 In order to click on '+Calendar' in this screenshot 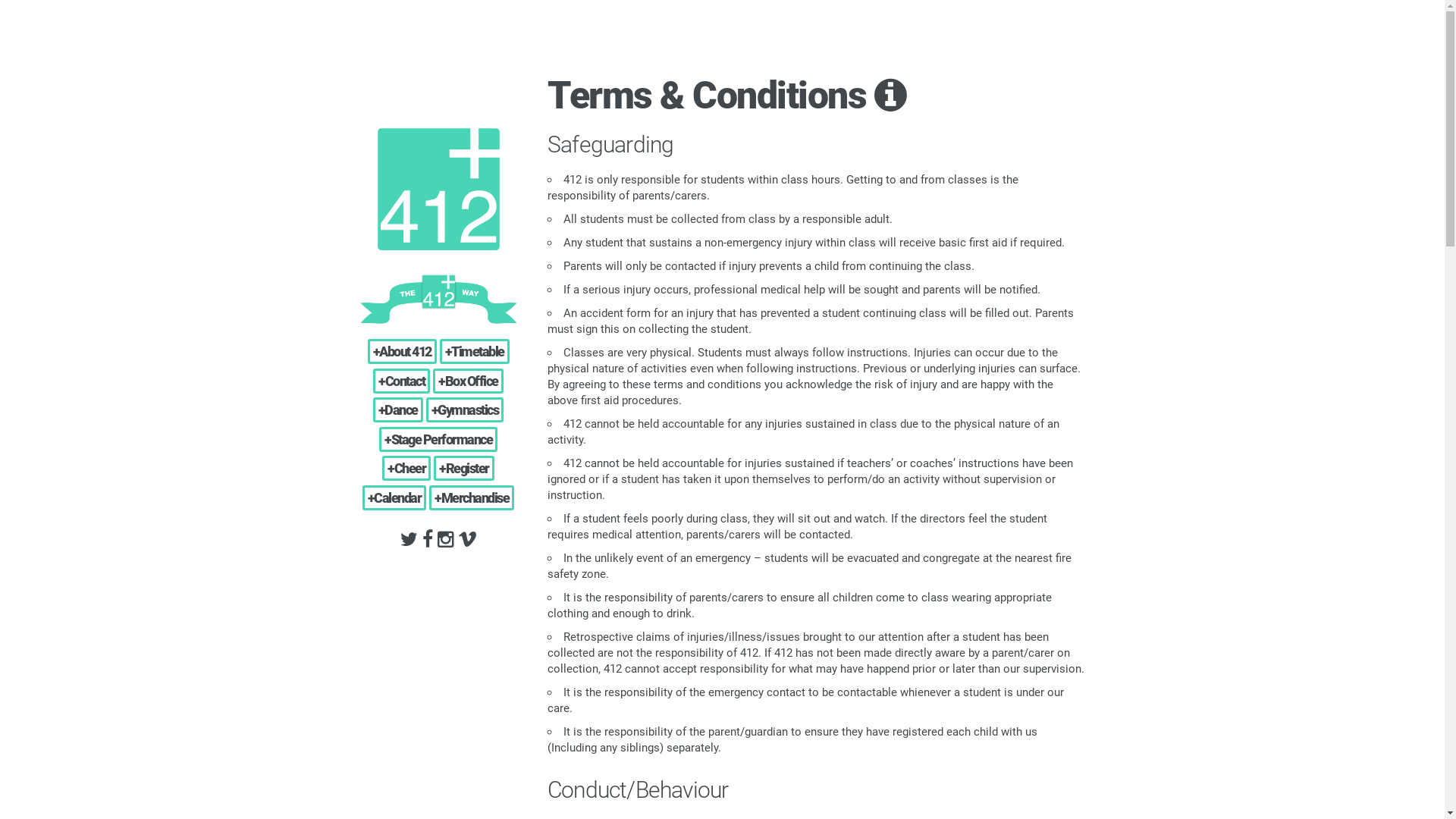, I will do `click(394, 497)`.